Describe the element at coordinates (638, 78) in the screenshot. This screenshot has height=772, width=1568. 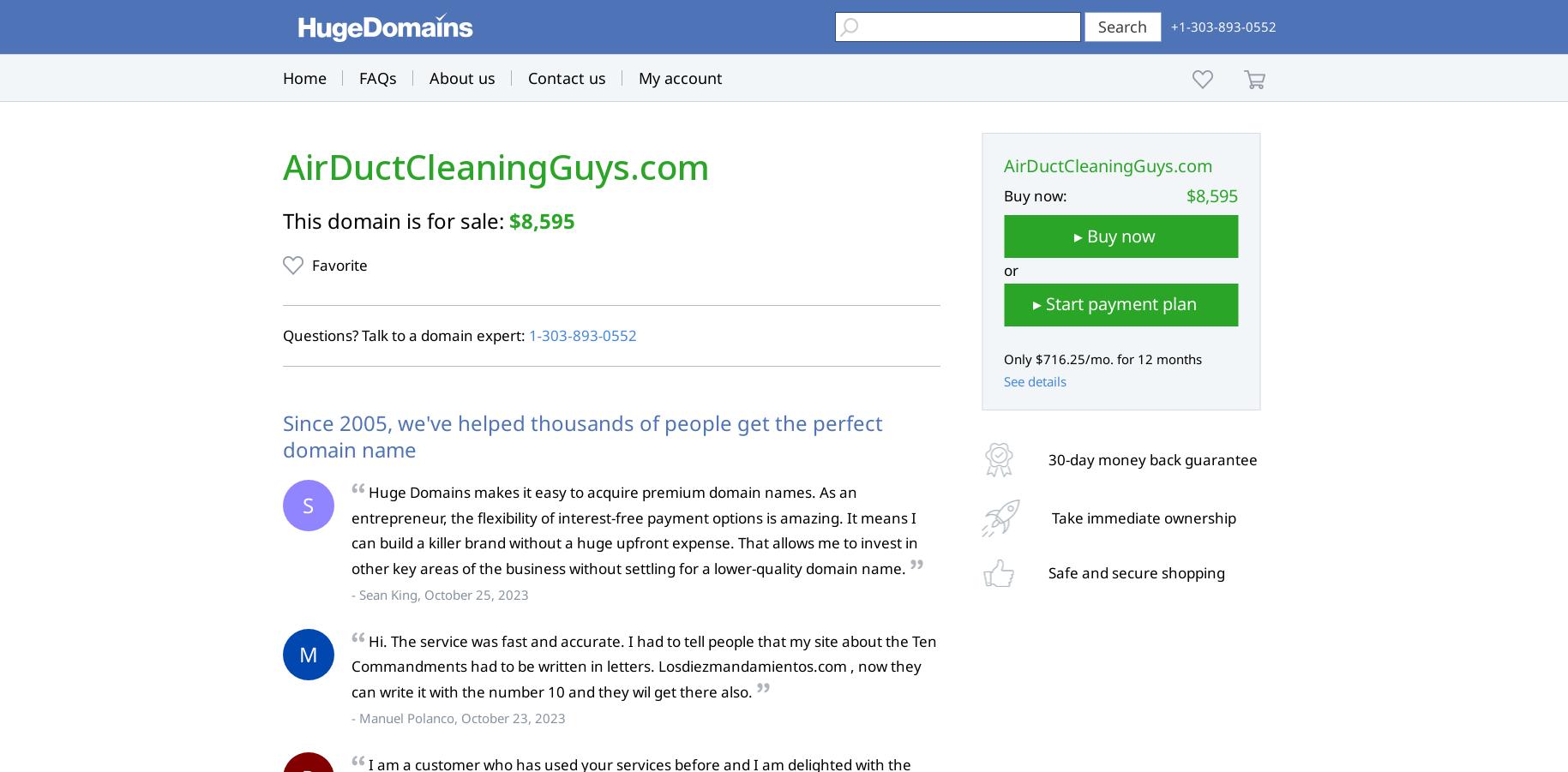
I see `'My account'` at that location.